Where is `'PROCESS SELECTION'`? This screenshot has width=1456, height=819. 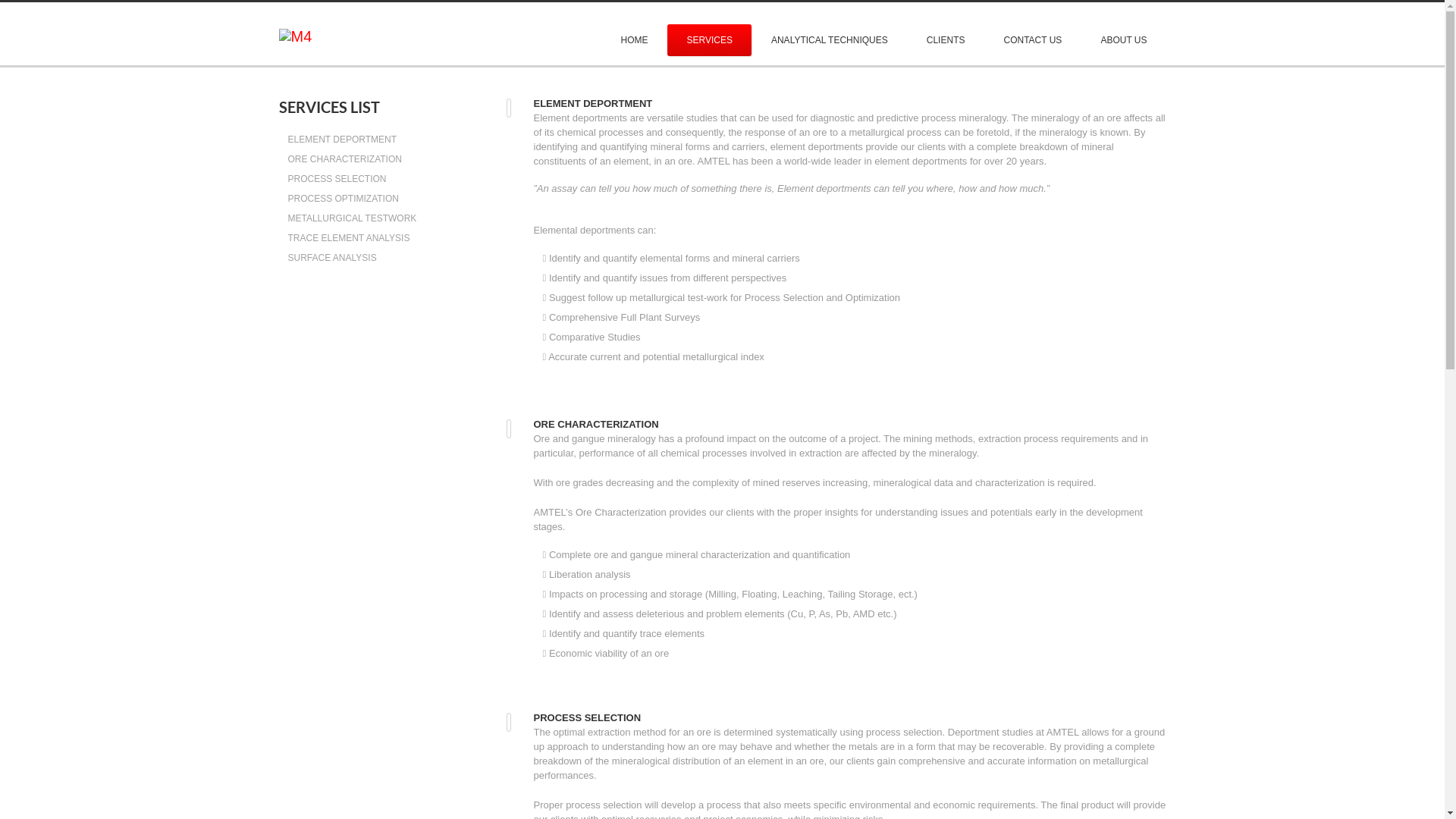 'PROCESS SELECTION' is located at coordinates (287, 177).